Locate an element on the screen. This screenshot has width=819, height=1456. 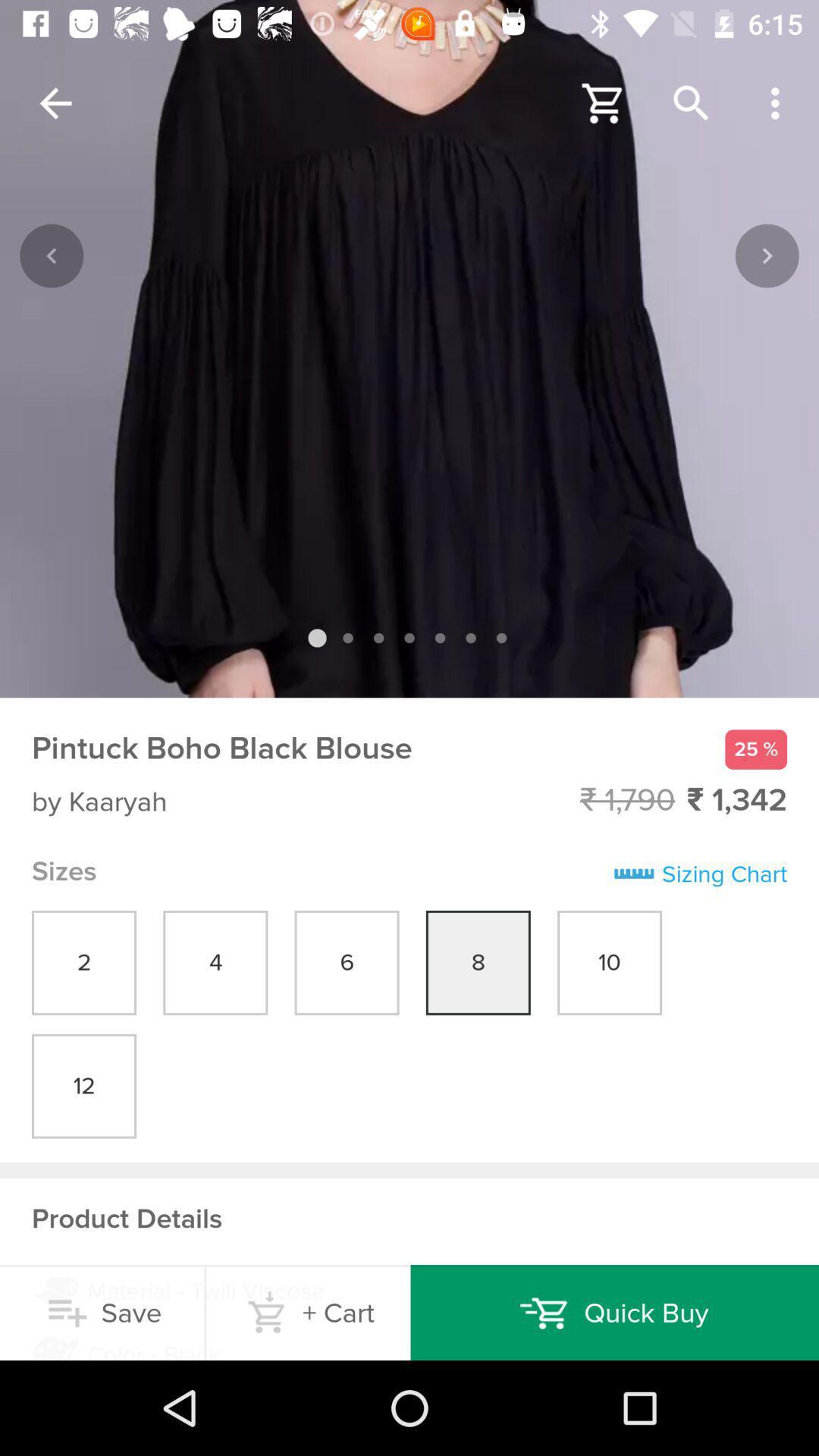
the backward button from the left is located at coordinates (51, 256).